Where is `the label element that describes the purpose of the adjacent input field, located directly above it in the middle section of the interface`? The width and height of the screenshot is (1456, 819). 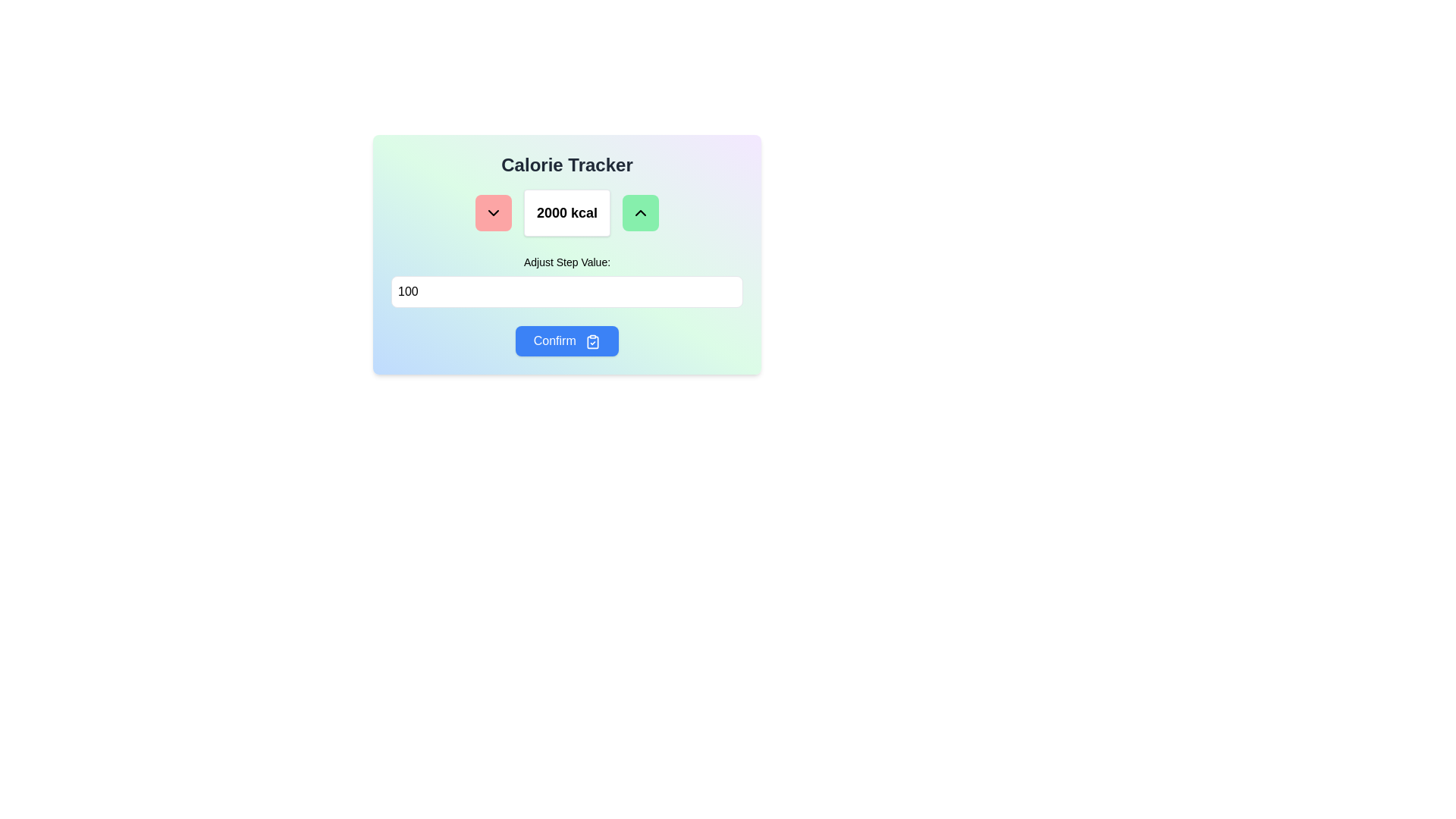
the label element that describes the purpose of the adjacent input field, located directly above it in the middle section of the interface is located at coordinates (566, 262).